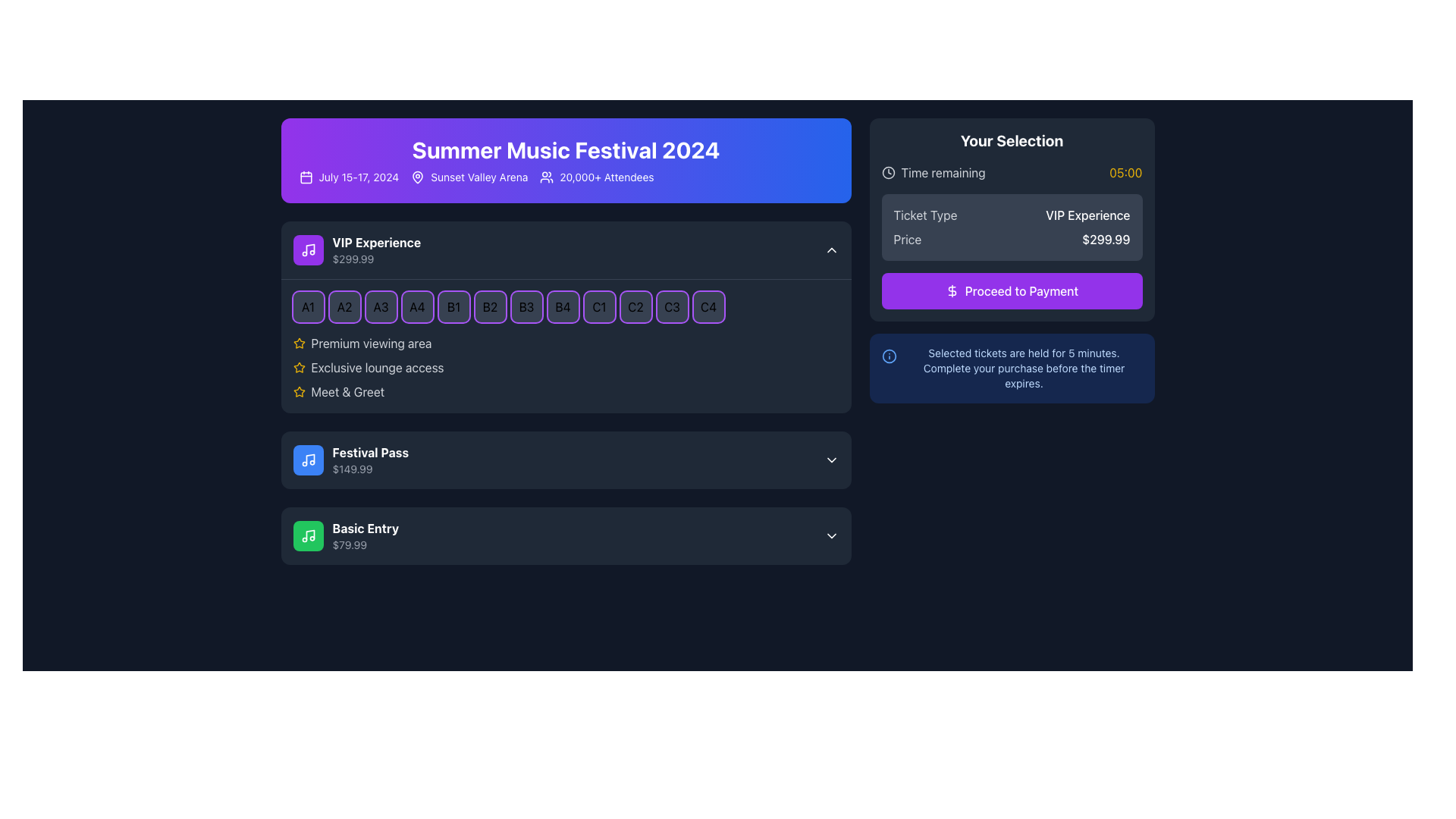 The height and width of the screenshot is (819, 1456). What do you see at coordinates (350, 459) in the screenshot?
I see `the list item representing the Festival Pass ticket priced at $149.99` at bounding box center [350, 459].